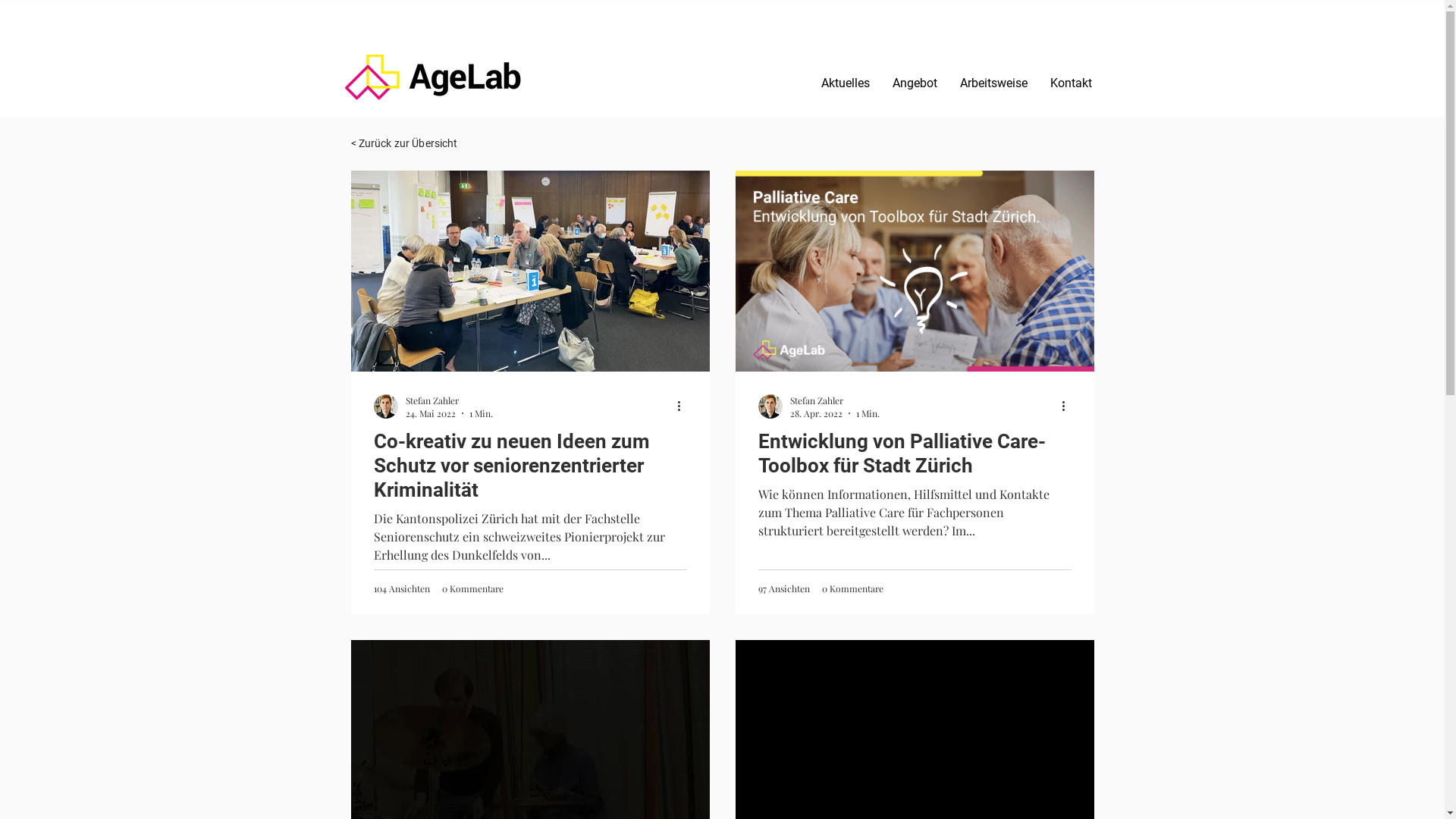 This screenshot has width=1456, height=819. Describe the element at coordinates (844, 82) in the screenshot. I see `'Aktuelles'` at that location.